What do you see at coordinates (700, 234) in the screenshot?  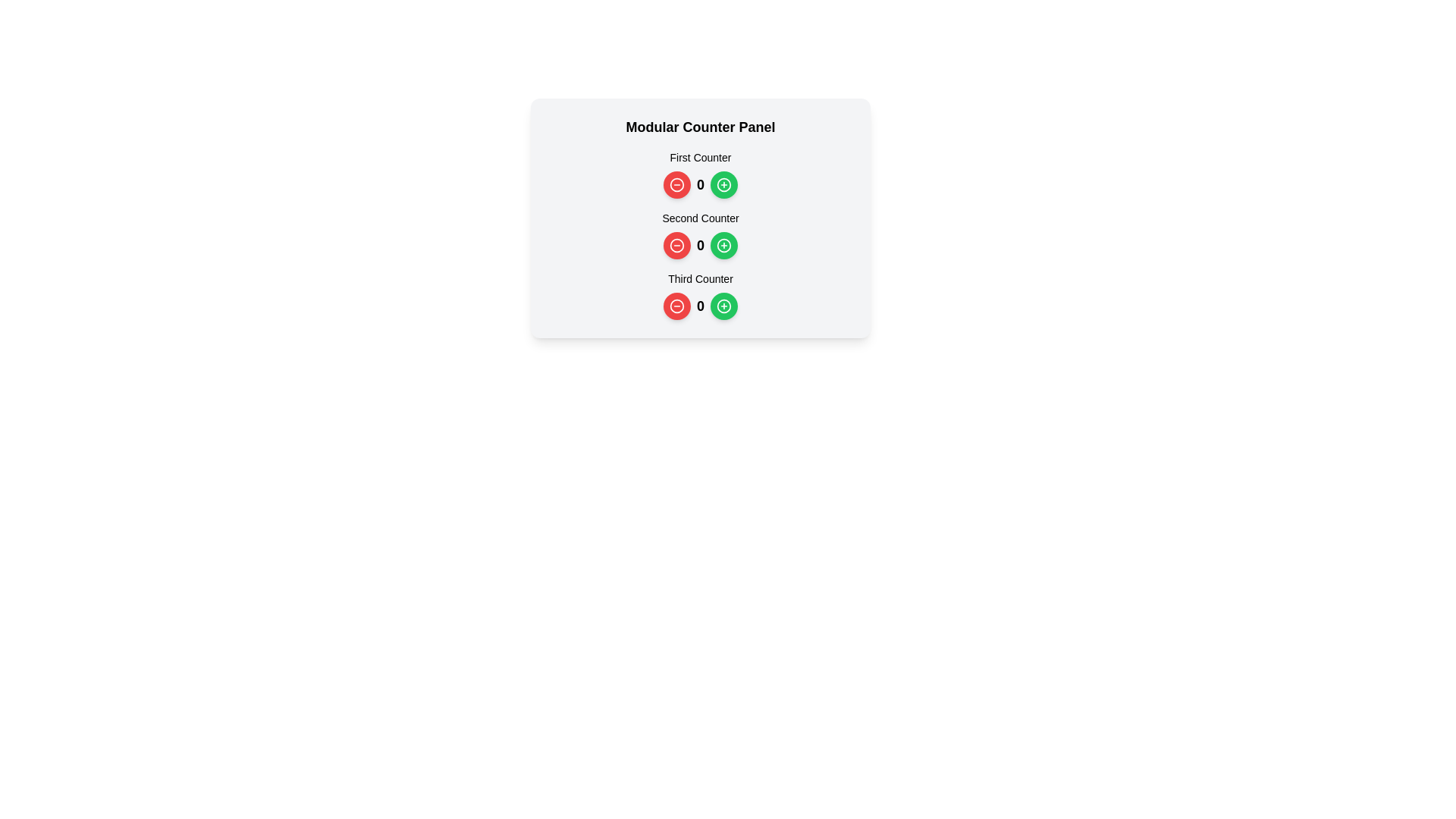 I see `the 'Second Counter' element which displays the current count, located between the 'First Counter' and 'Third Counter' in the vertically stacked arrangement` at bounding box center [700, 234].